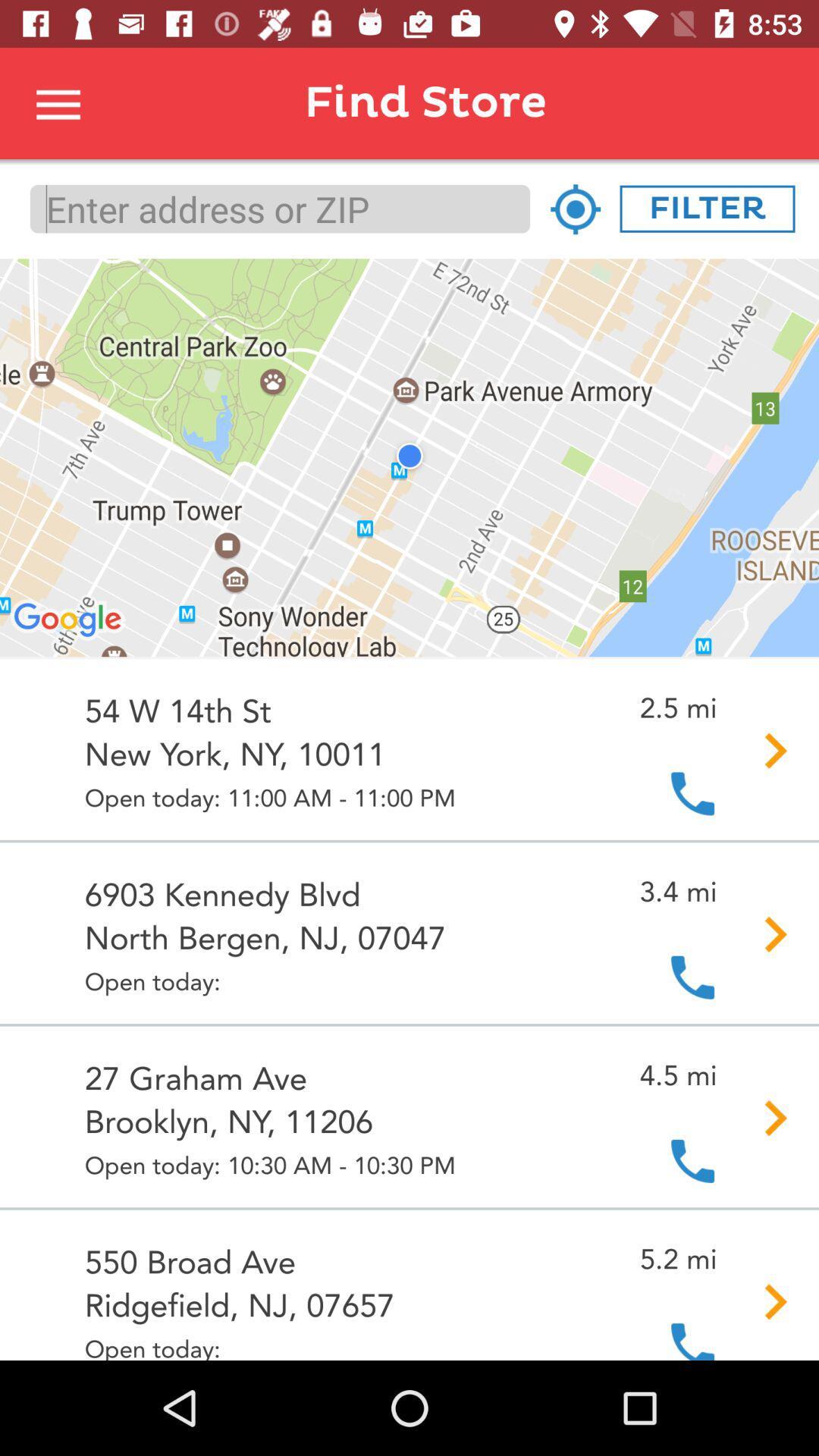 The height and width of the screenshot is (1456, 819). Describe the element at coordinates (575, 208) in the screenshot. I see `the place holder beside filter` at that location.